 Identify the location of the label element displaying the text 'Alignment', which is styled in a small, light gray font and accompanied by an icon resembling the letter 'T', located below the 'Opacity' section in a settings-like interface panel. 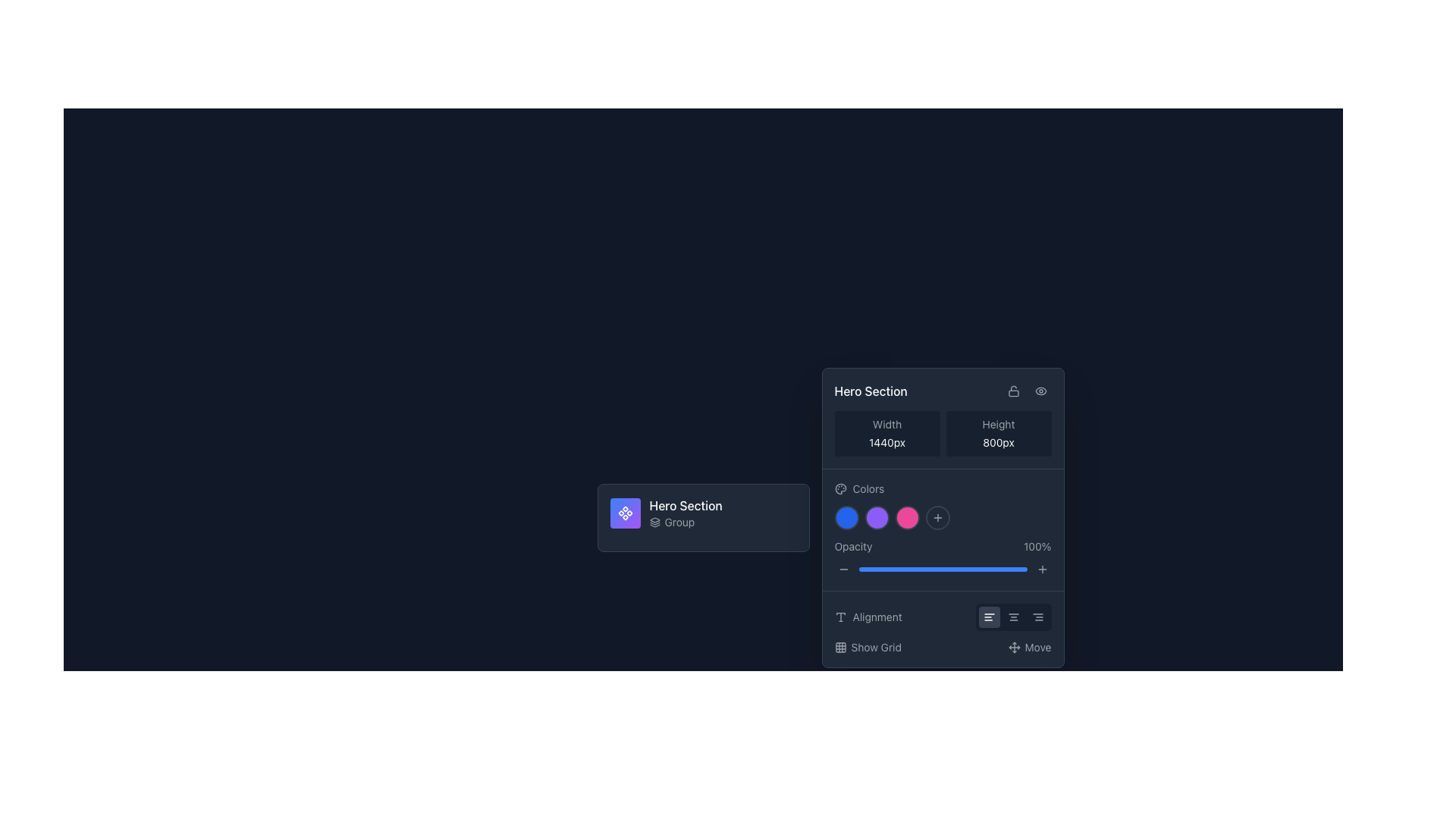
(868, 617).